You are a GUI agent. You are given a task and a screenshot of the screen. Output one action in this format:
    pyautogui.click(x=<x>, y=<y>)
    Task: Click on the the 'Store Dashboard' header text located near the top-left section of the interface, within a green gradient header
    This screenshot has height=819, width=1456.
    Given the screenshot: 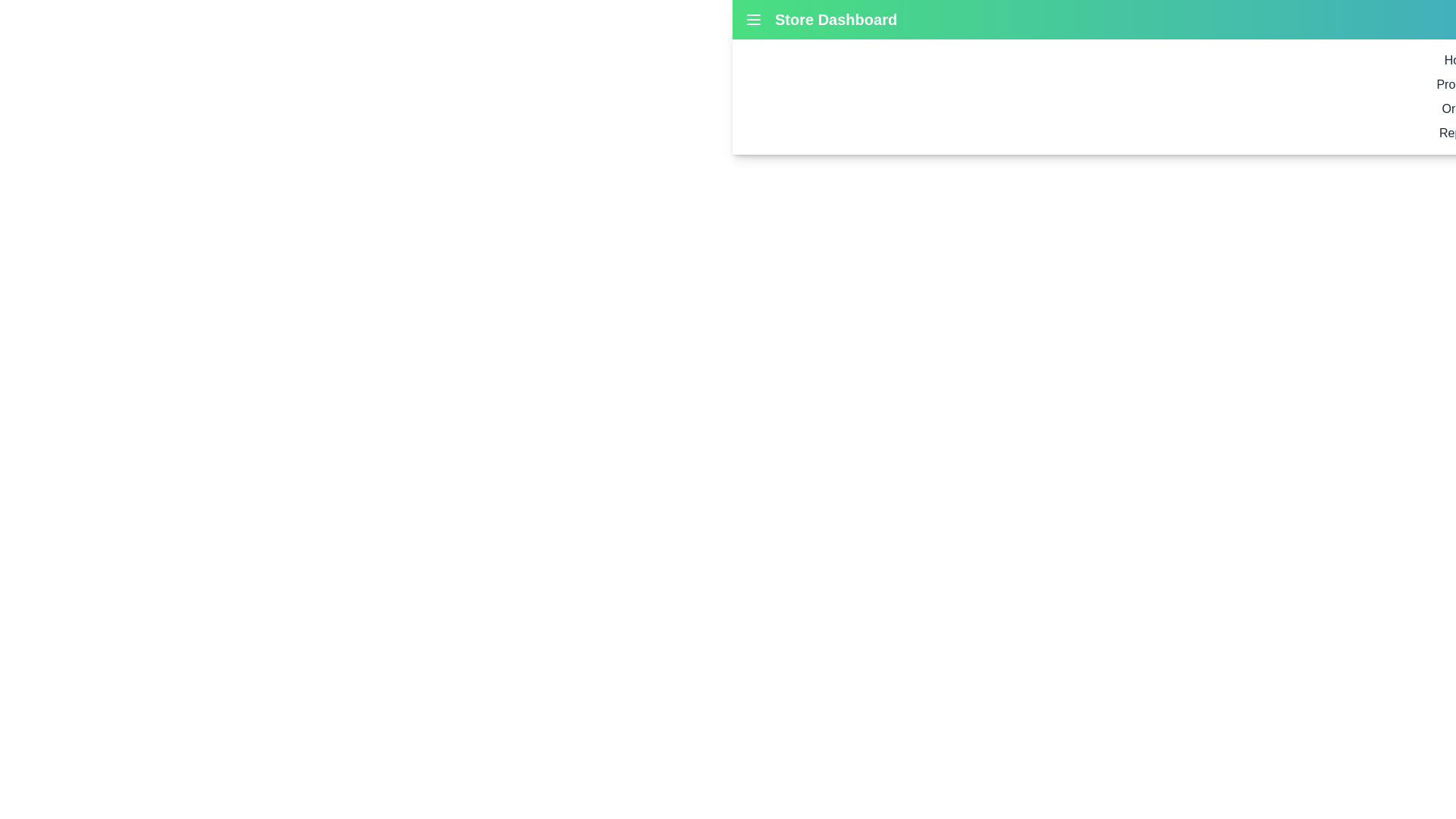 What is the action you would take?
    pyautogui.click(x=835, y=20)
    